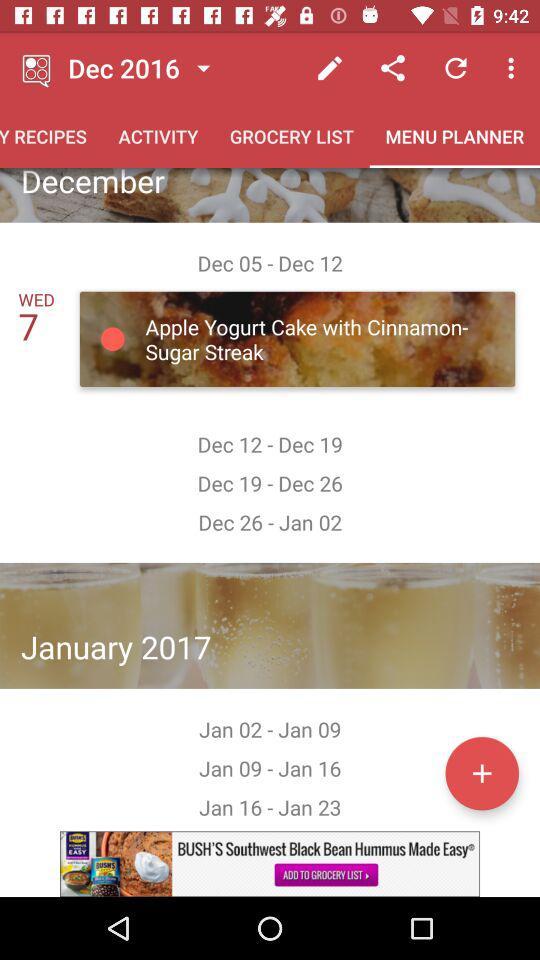 The image size is (540, 960). Describe the element at coordinates (481, 772) in the screenshot. I see `recipe` at that location.